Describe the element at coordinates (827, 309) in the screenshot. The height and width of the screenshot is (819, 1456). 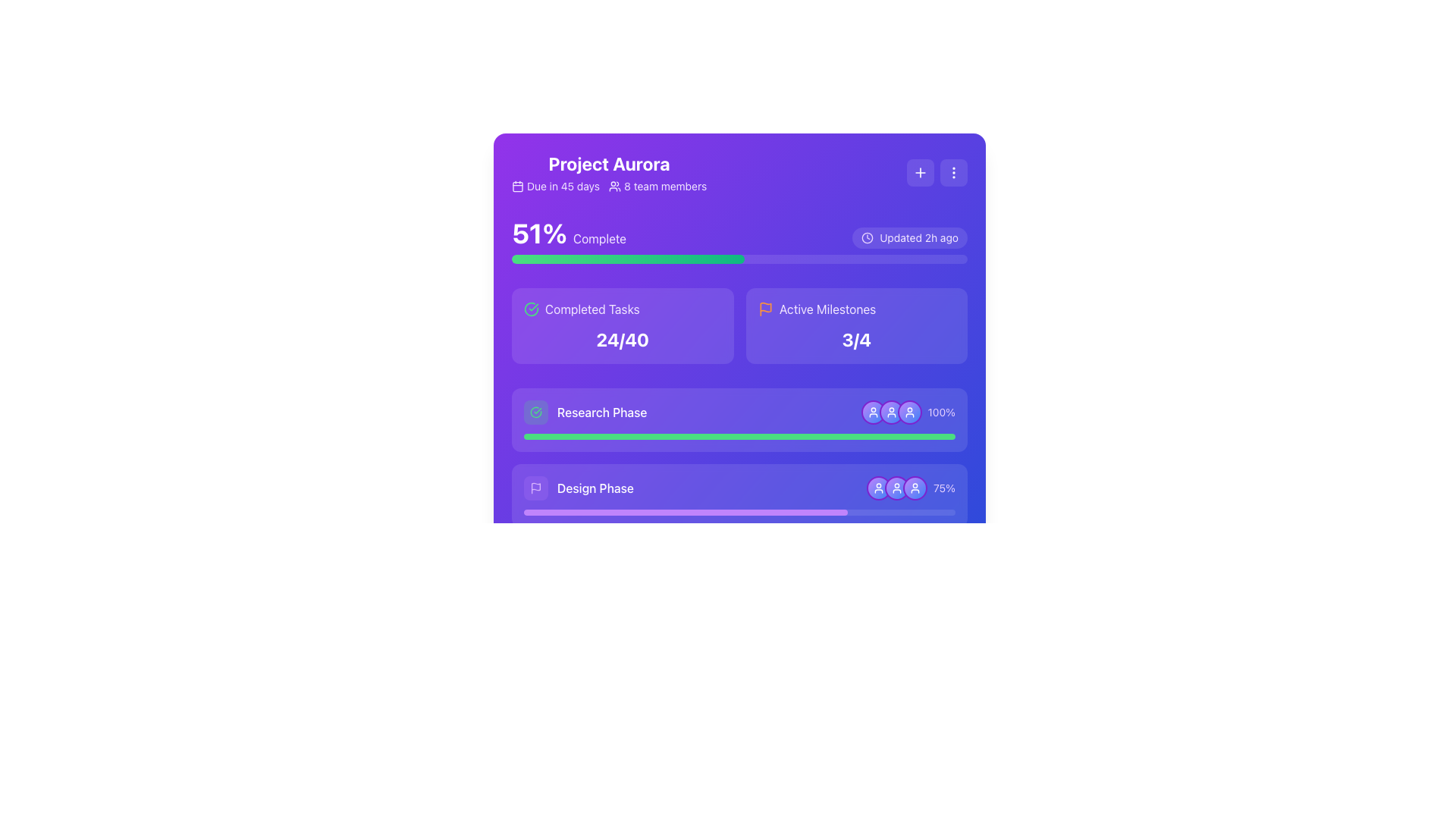
I see `the text label displaying 'Active Milestones' that is styled in light purple and positioned within a purple background card, located in the right section of the layout` at that location.